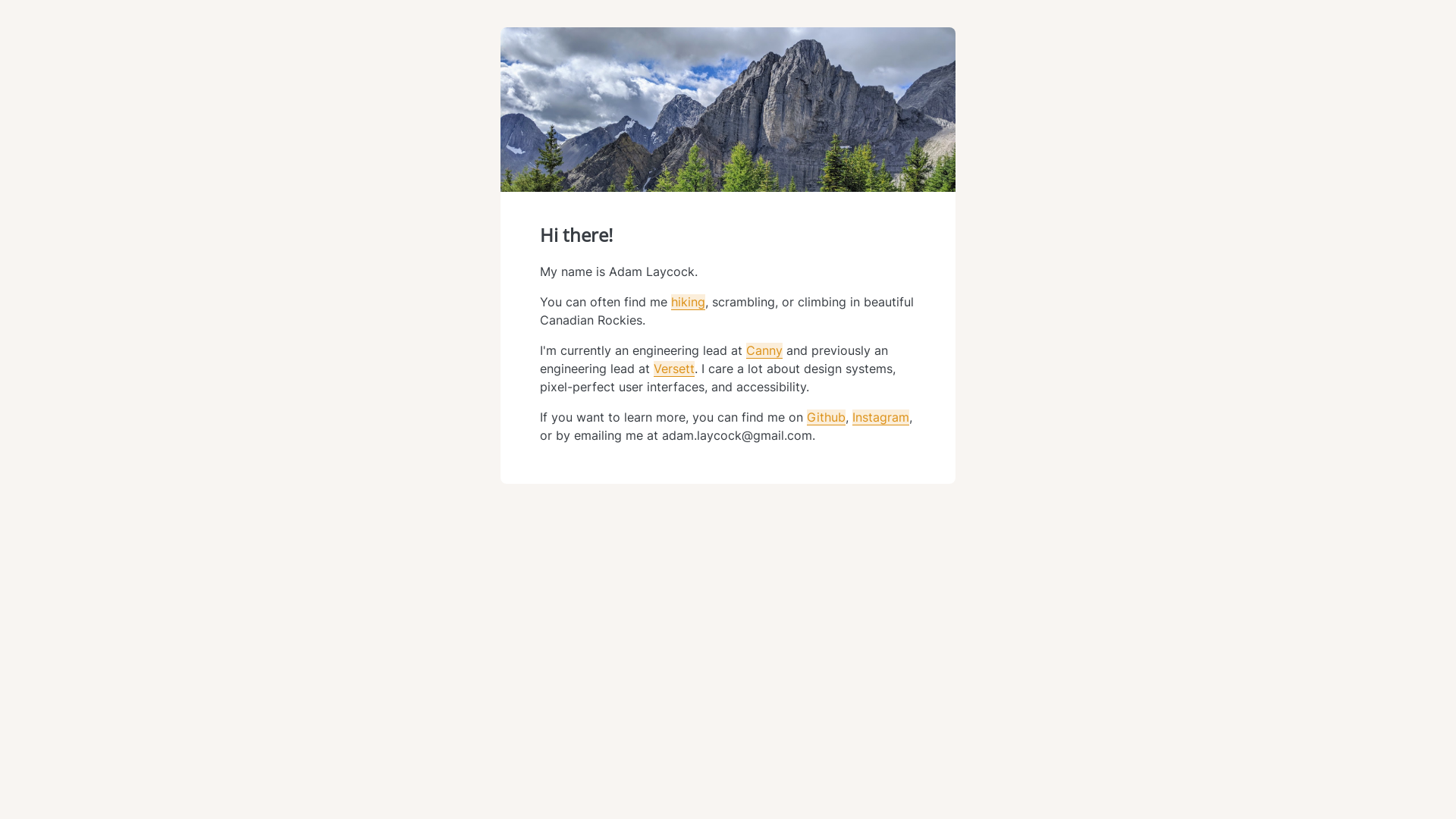 This screenshot has height=819, width=1456. I want to click on 'Github', so click(806, 417).